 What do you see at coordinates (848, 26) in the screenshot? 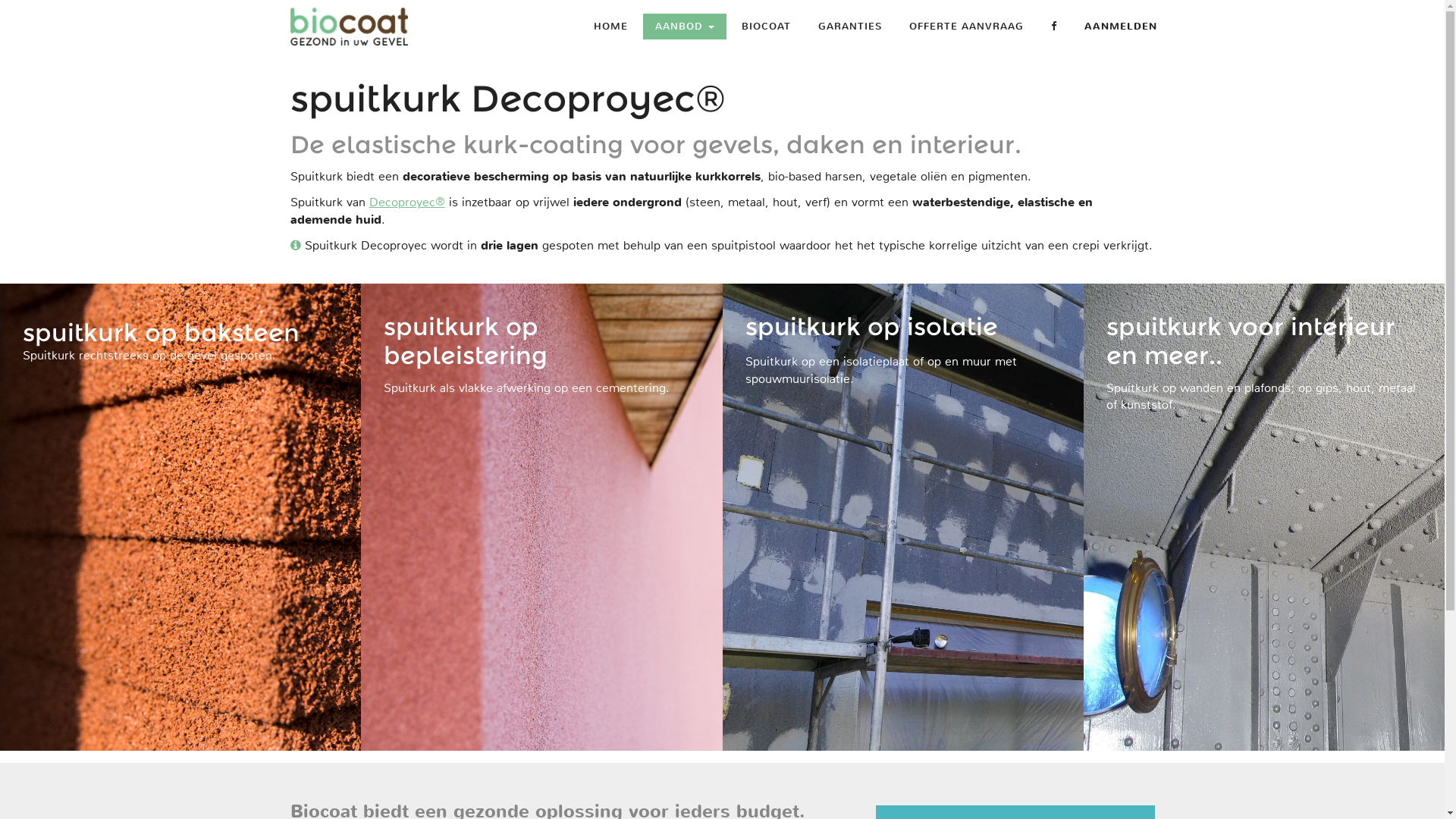
I see `'GARANTIES'` at bounding box center [848, 26].